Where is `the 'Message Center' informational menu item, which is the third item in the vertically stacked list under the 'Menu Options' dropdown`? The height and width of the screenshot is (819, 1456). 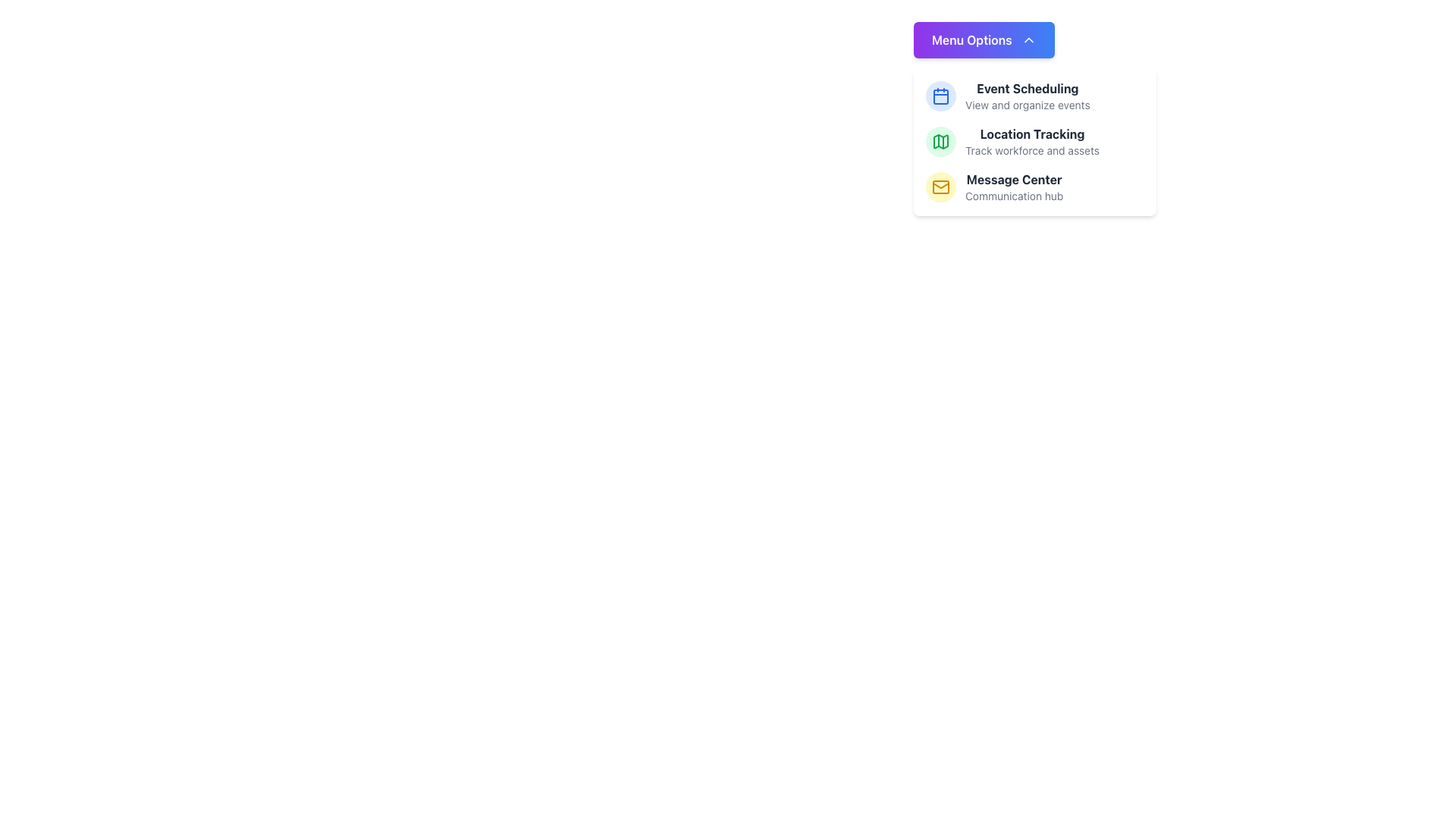
the 'Message Center' informational menu item, which is the third item in the vertically stacked list under the 'Menu Options' dropdown is located at coordinates (1034, 186).